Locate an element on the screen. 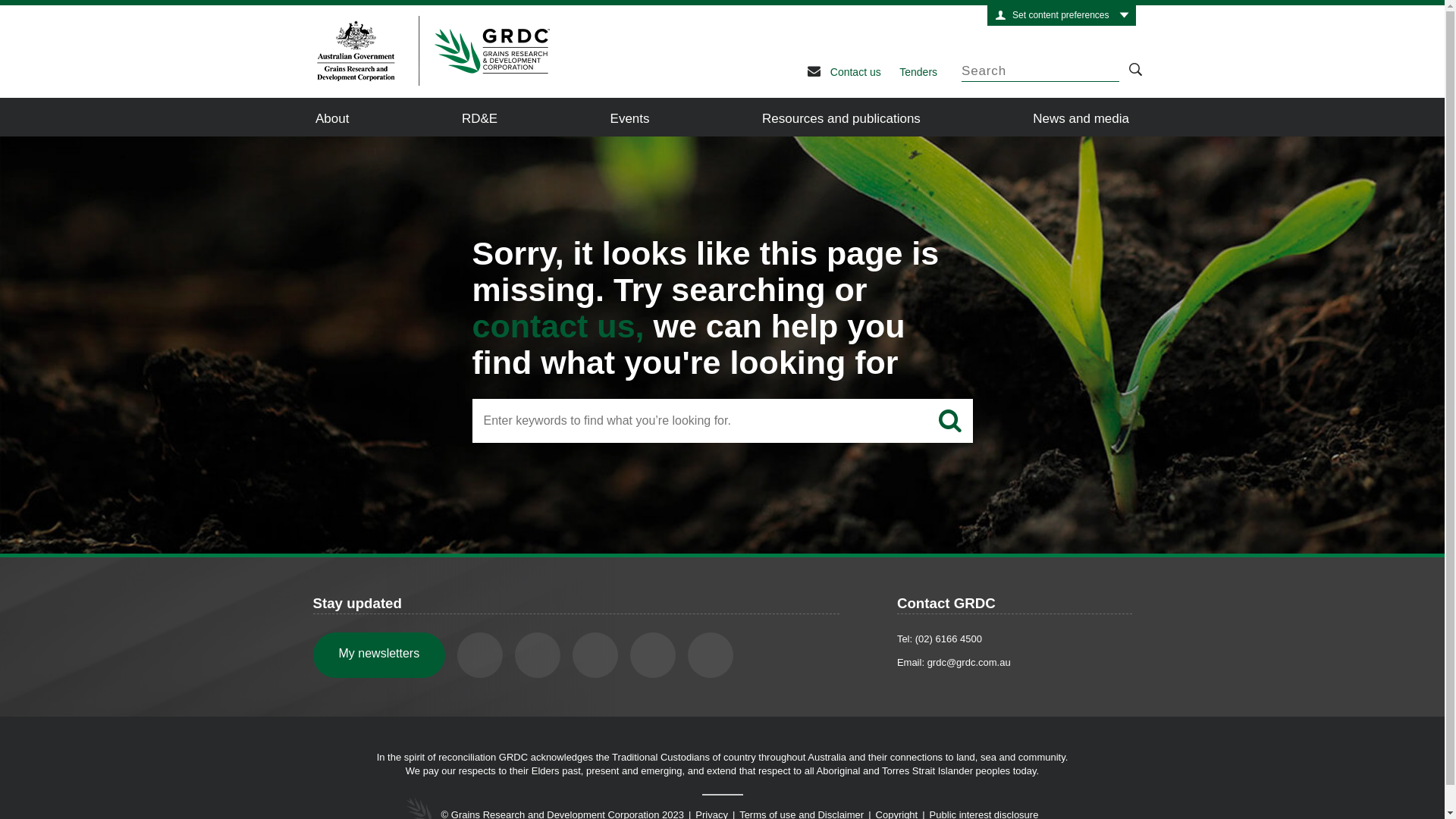 This screenshot has width=1456, height=819. 'contact us,' is located at coordinates (557, 325).